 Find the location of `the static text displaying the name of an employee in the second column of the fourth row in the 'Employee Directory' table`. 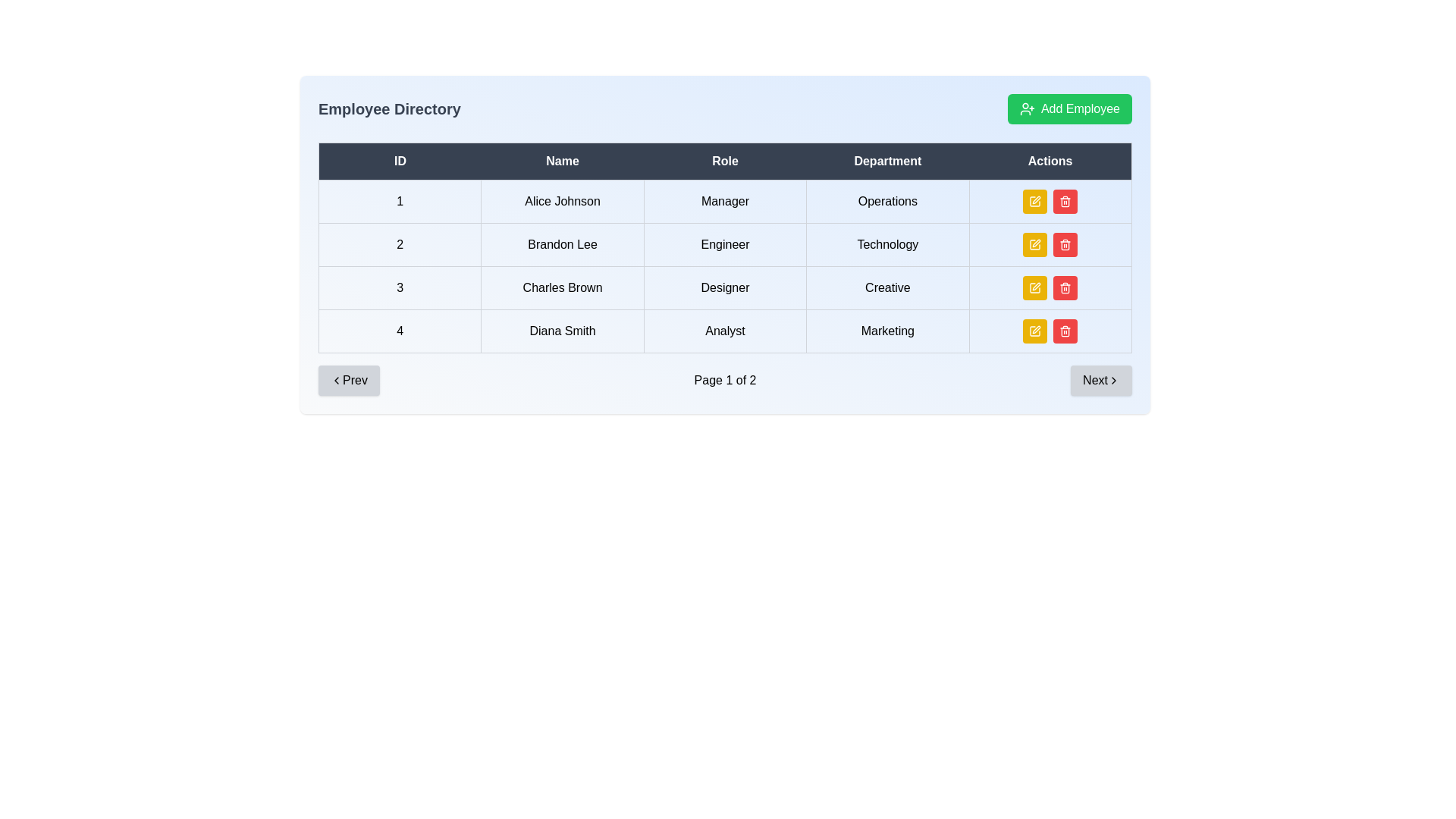

the static text displaying the name of an employee in the second column of the fourth row in the 'Employee Directory' table is located at coordinates (562, 330).